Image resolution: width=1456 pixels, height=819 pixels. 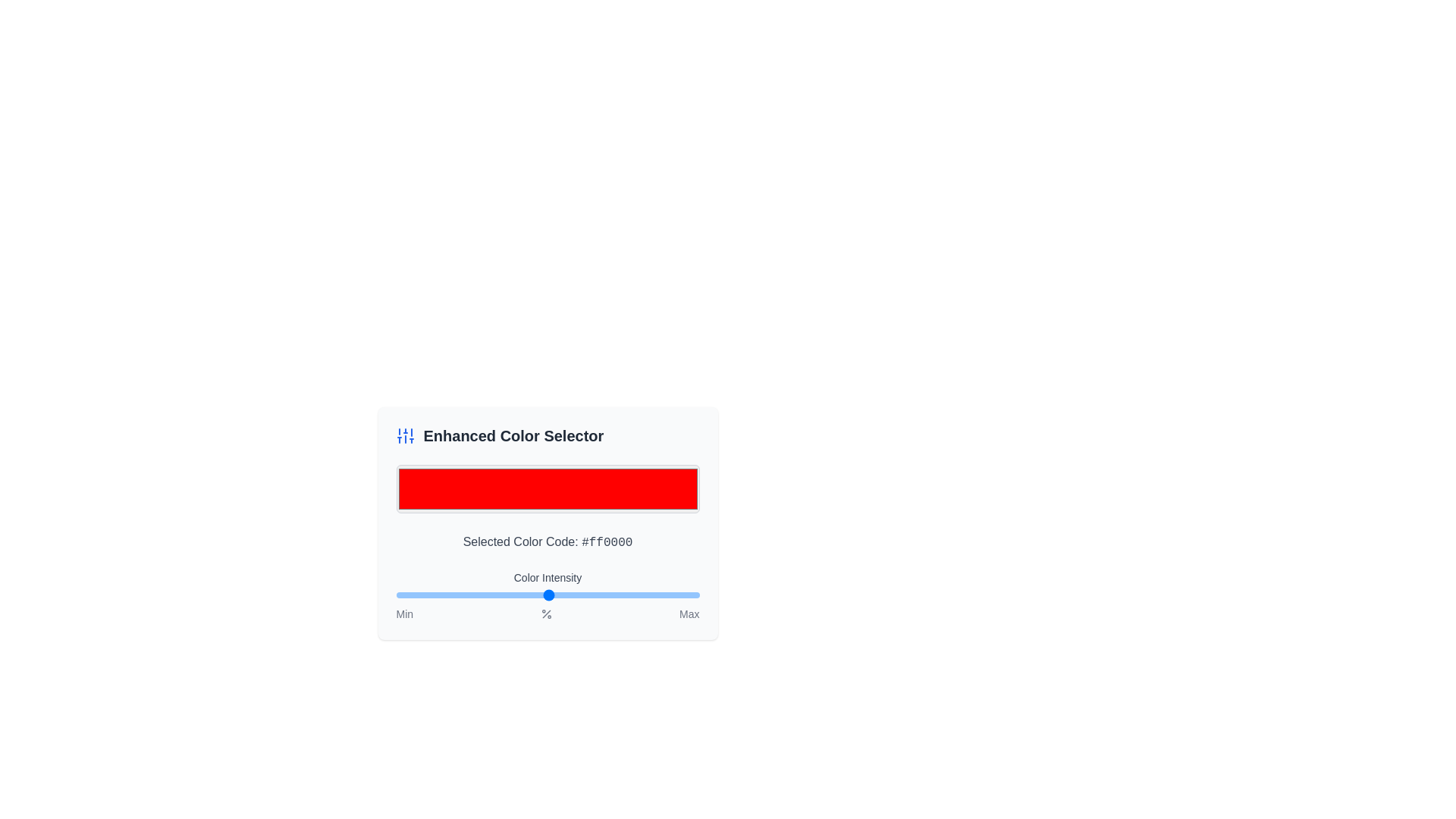 What do you see at coordinates (547, 541) in the screenshot?
I see `the static text label that reads 'Selected Color Code: #ff0000', which is centrally aligned in the 'Enhanced Color Selector' block, positioned beneath the red color display box and above the 'Color Intensity' slider` at bounding box center [547, 541].